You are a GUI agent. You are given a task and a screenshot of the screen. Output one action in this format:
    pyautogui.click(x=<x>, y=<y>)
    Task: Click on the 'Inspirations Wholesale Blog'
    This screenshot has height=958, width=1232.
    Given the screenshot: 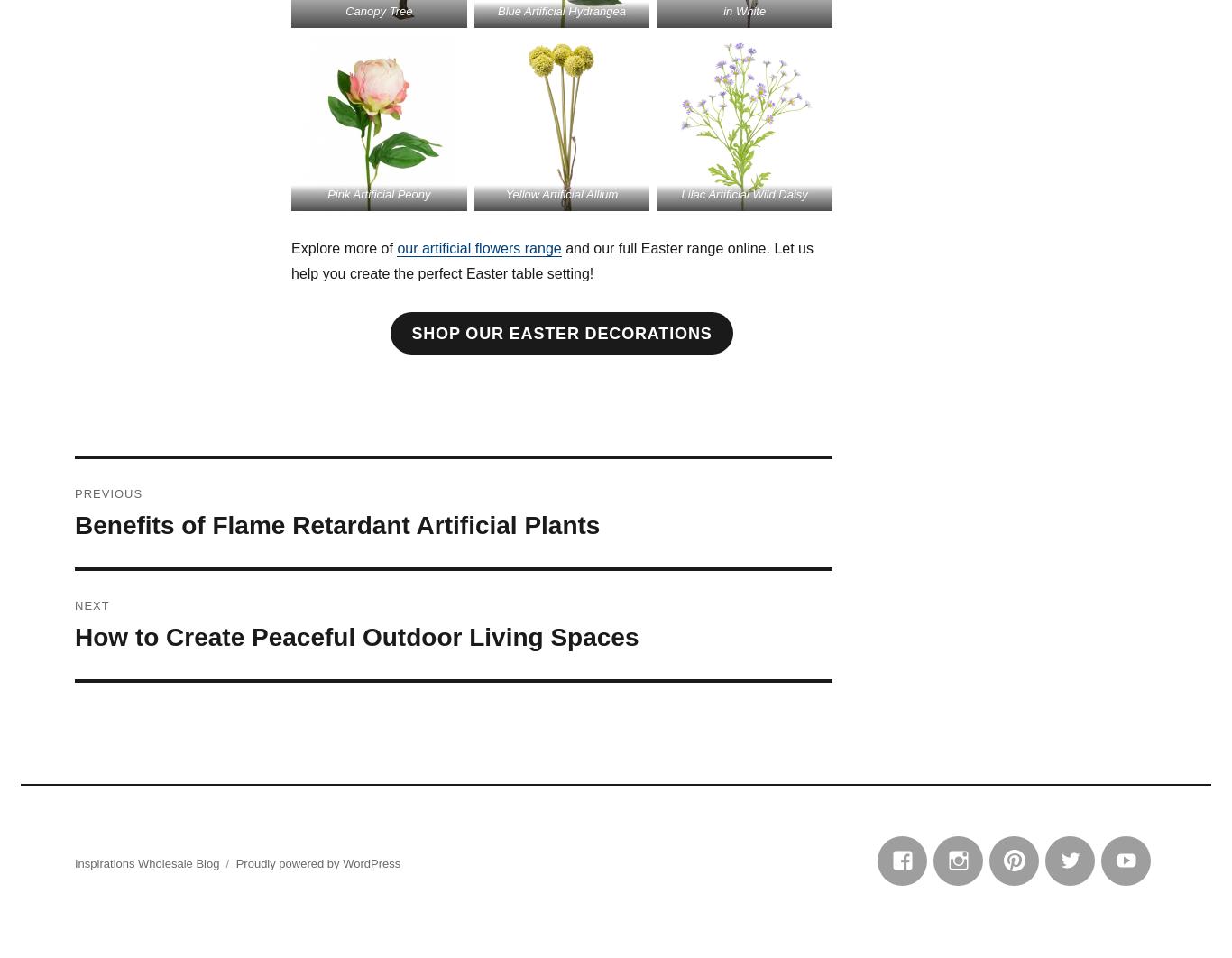 What is the action you would take?
    pyautogui.click(x=145, y=862)
    